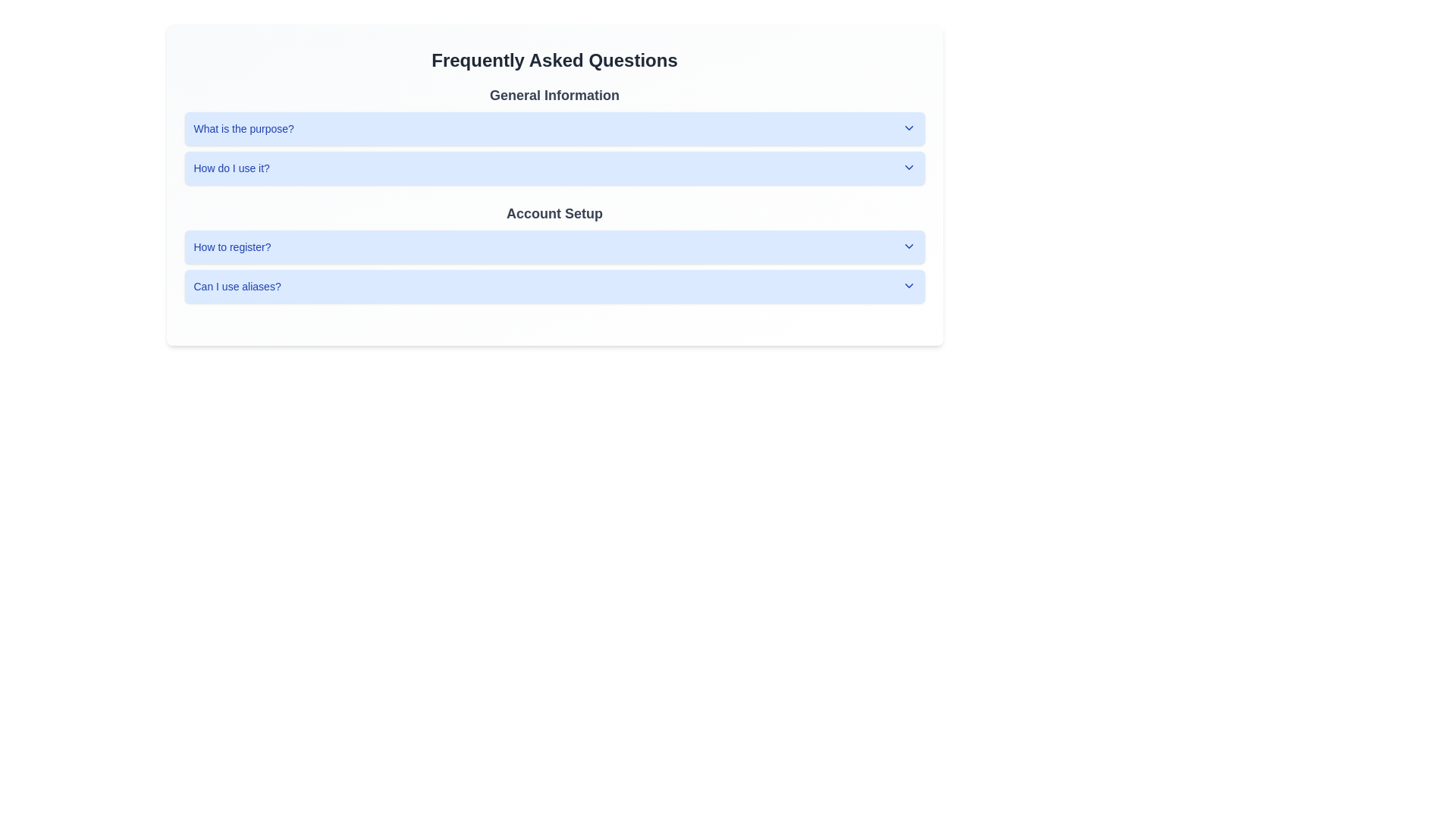 The height and width of the screenshot is (819, 1456). I want to click on the downward-pointing blue chevron icon located at the rightmost end of the highlighted text box containing the text 'How do I use it?', so click(908, 167).